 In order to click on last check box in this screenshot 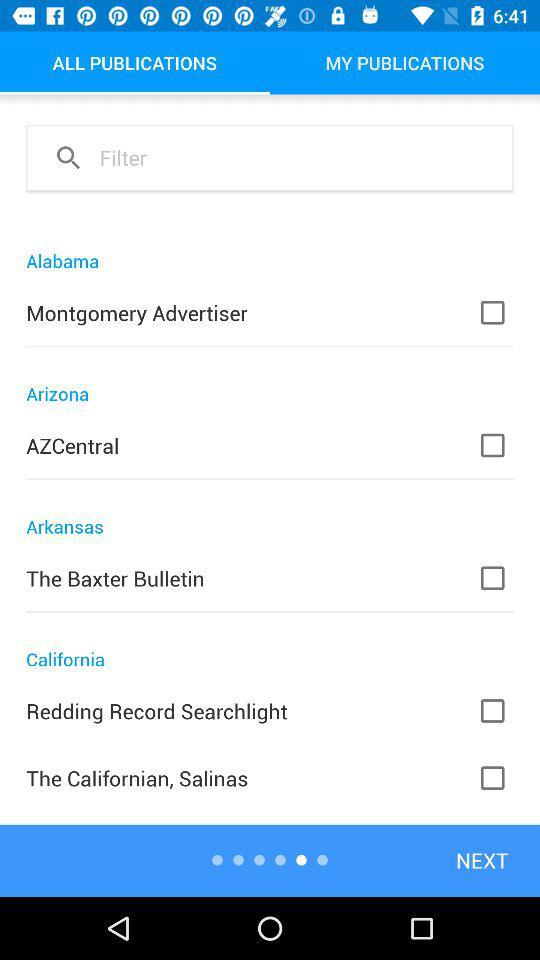, I will do `click(504, 776)`.